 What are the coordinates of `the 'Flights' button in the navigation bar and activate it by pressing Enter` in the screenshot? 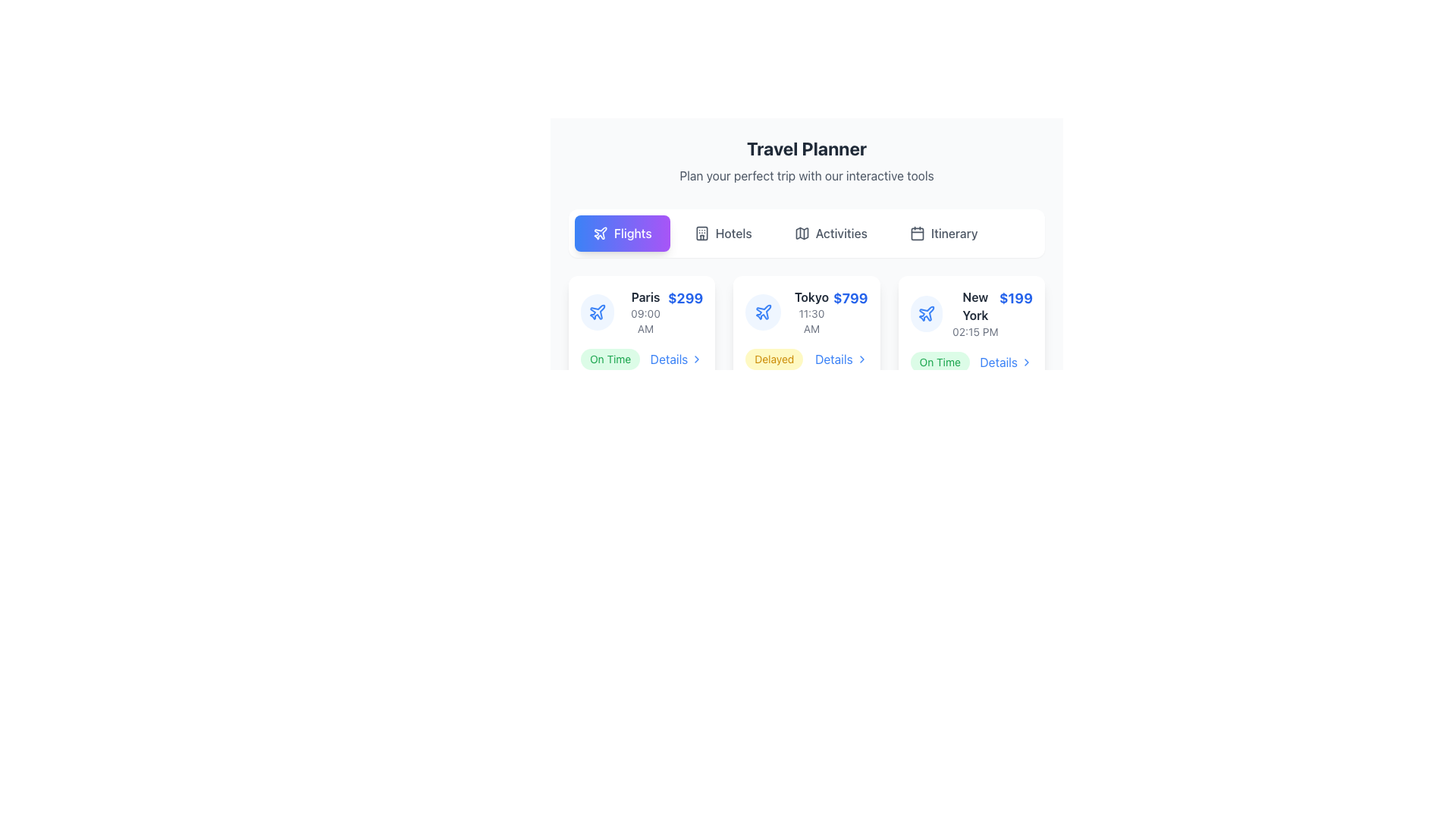 It's located at (622, 234).